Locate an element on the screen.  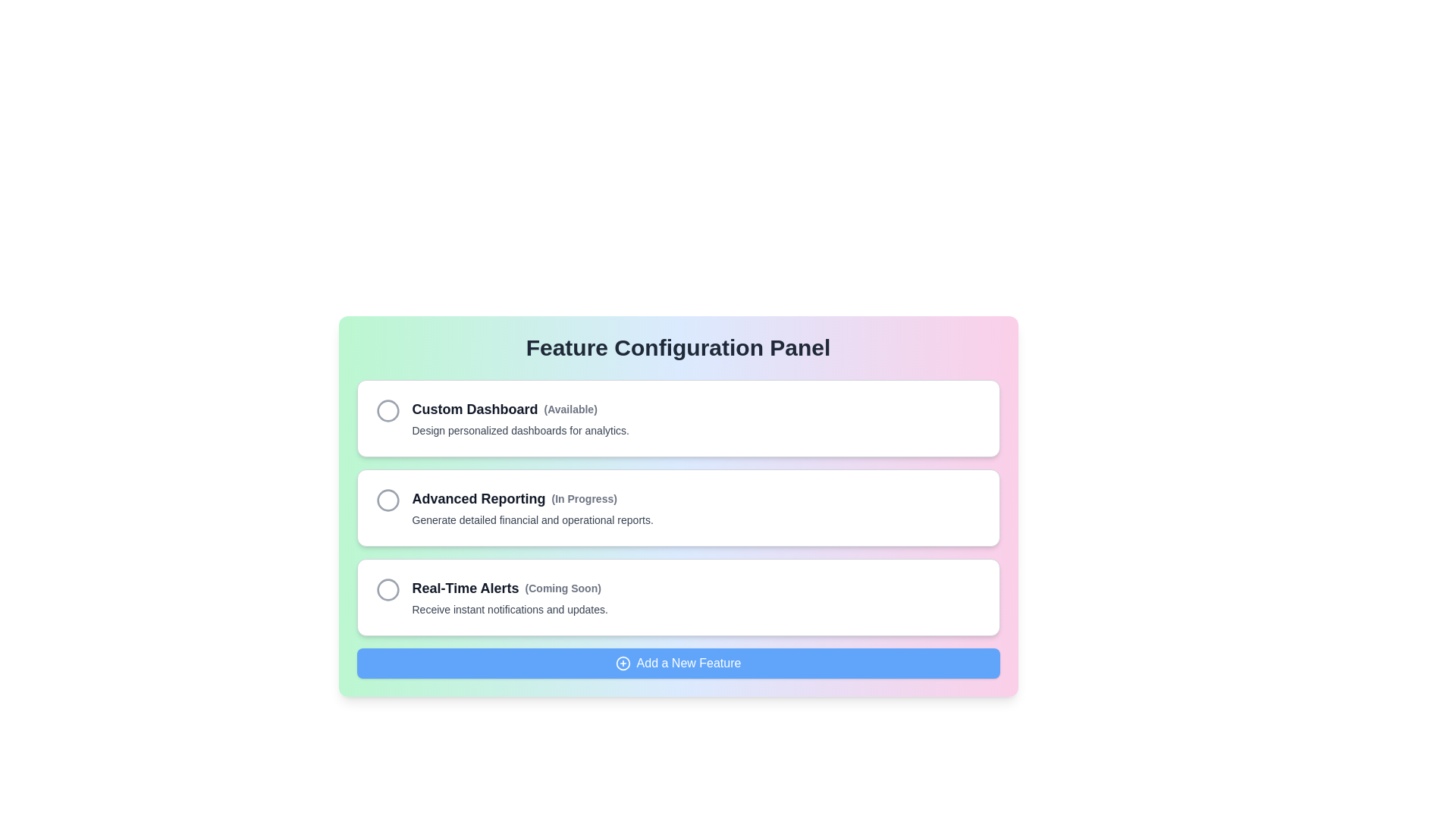
the inner circle of the circular icon representing 'Real-Time Alerts', the third feature in the vertical list is located at coordinates (388, 589).